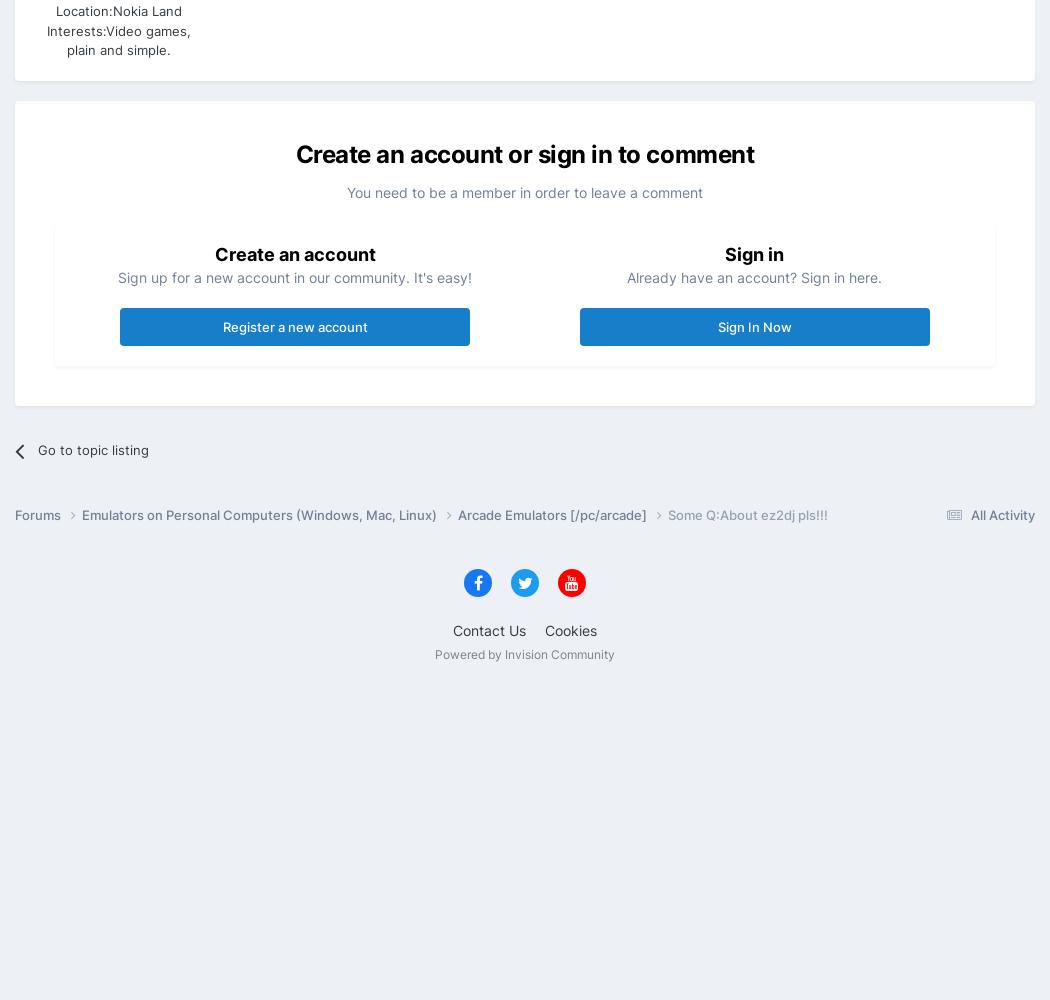 This screenshot has width=1050, height=1000. I want to click on 'You need to be a member in order to leave a comment', so click(525, 190).